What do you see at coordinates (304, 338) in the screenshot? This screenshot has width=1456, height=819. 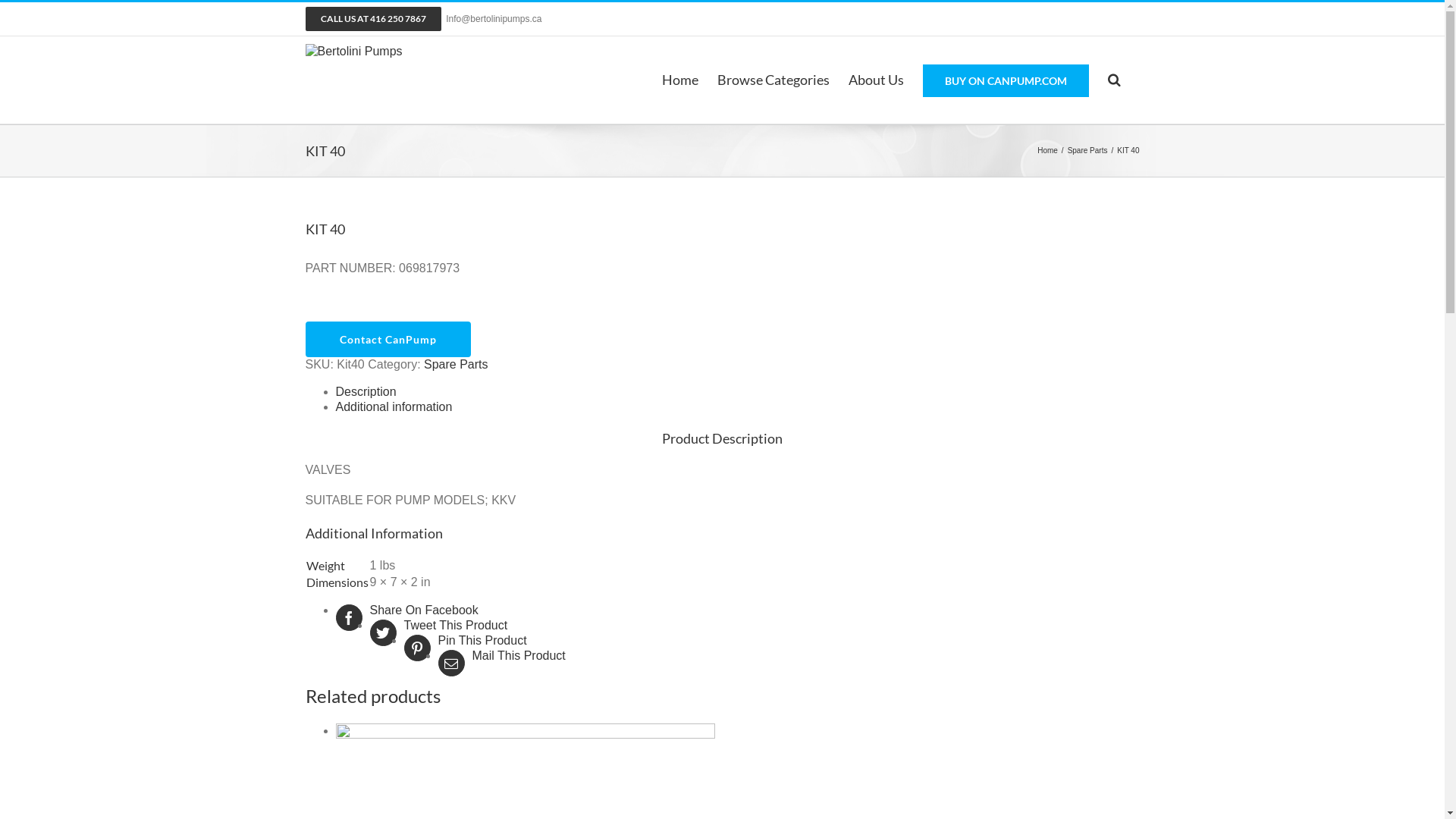 I see `'Contact CanPump'` at bounding box center [304, 338].